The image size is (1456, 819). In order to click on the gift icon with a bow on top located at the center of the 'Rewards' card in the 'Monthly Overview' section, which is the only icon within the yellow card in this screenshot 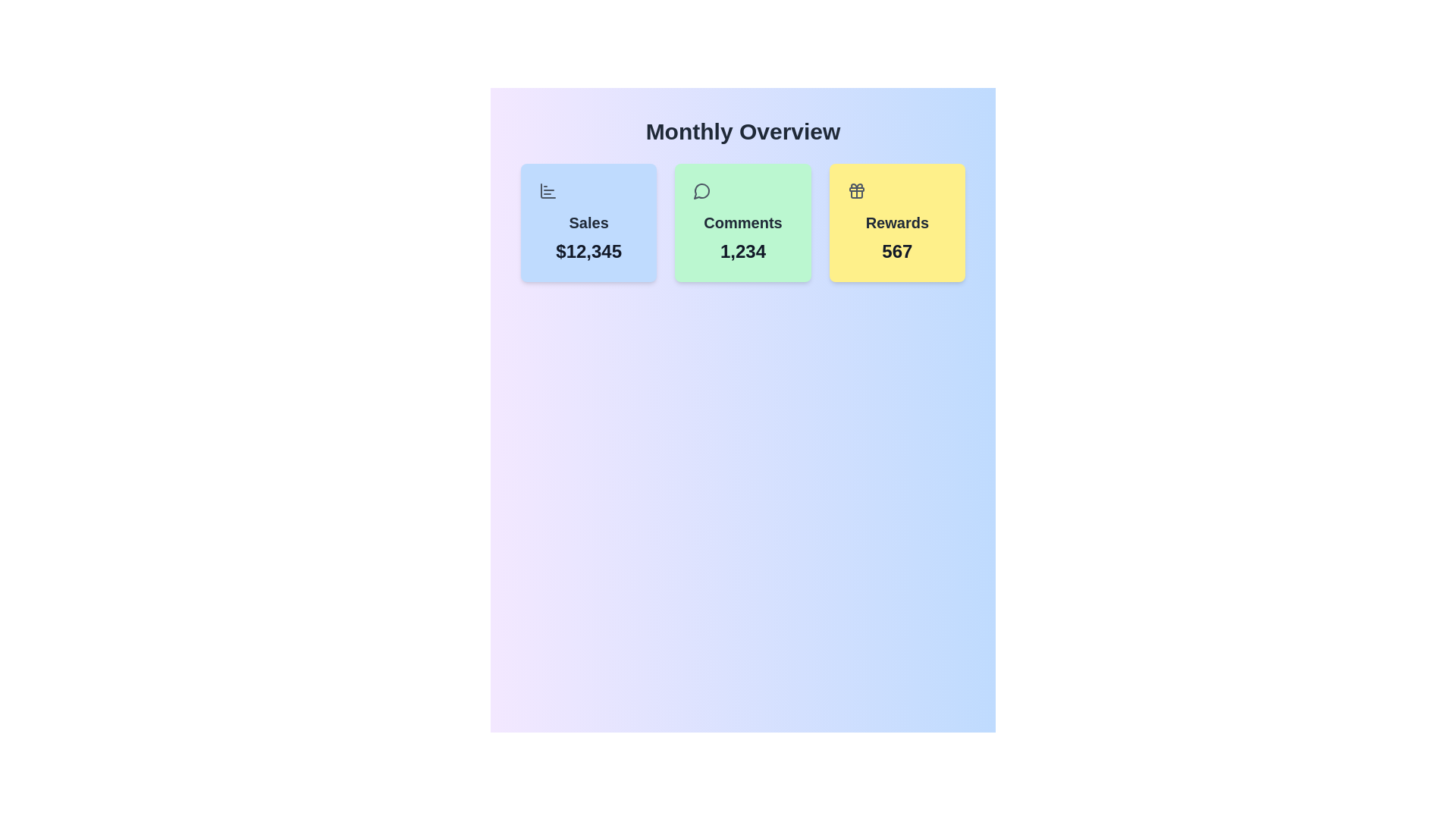, I will do `click(856, 190)`.